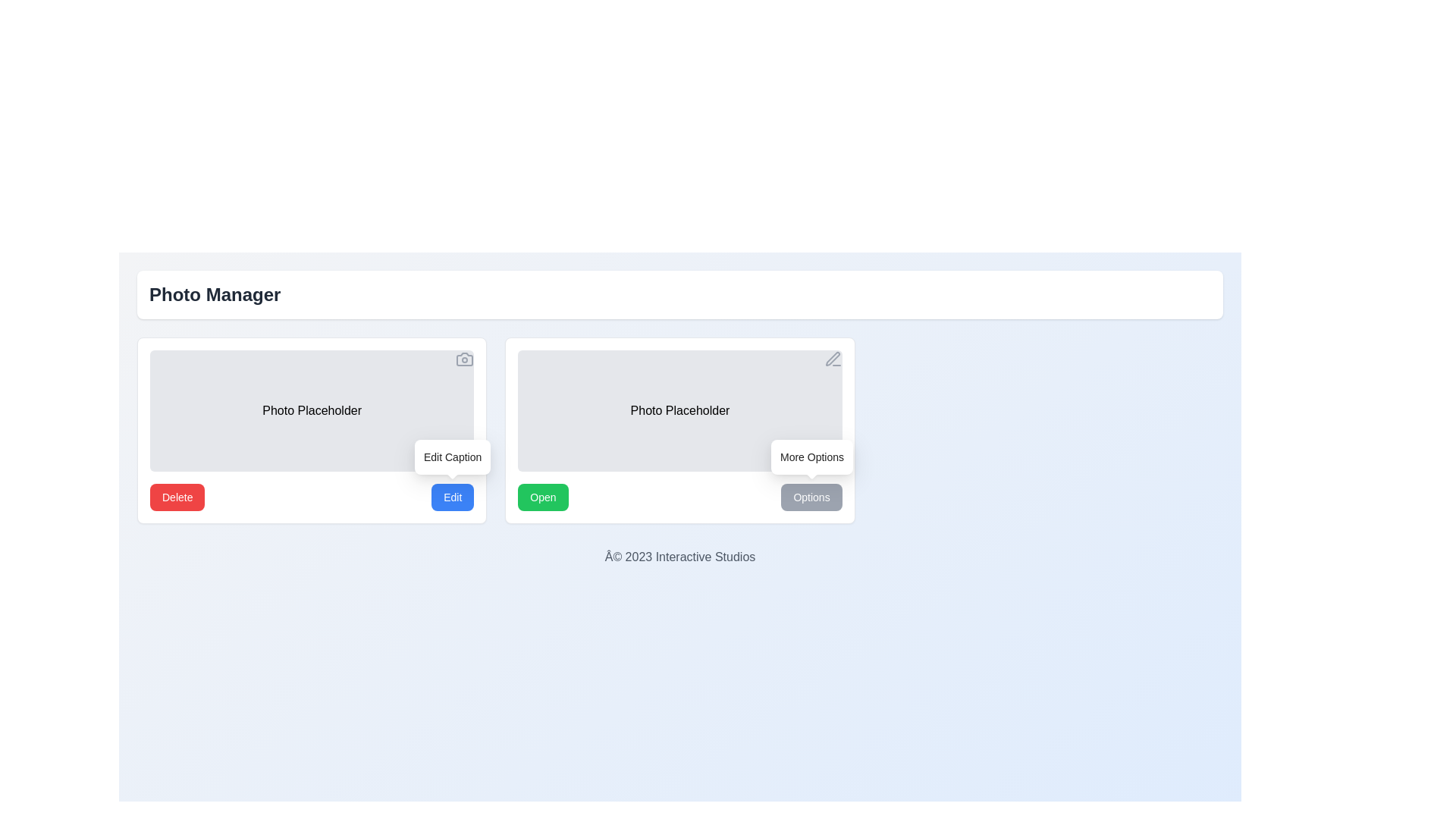  Describe the element at coordinates (464, 359) in the screenshot. I see `the photo/media icon located in the top-right corner of the first horizontally arranged card, positioned above the 'Photo Placeholder' text and to the right of the card's content` at that location.